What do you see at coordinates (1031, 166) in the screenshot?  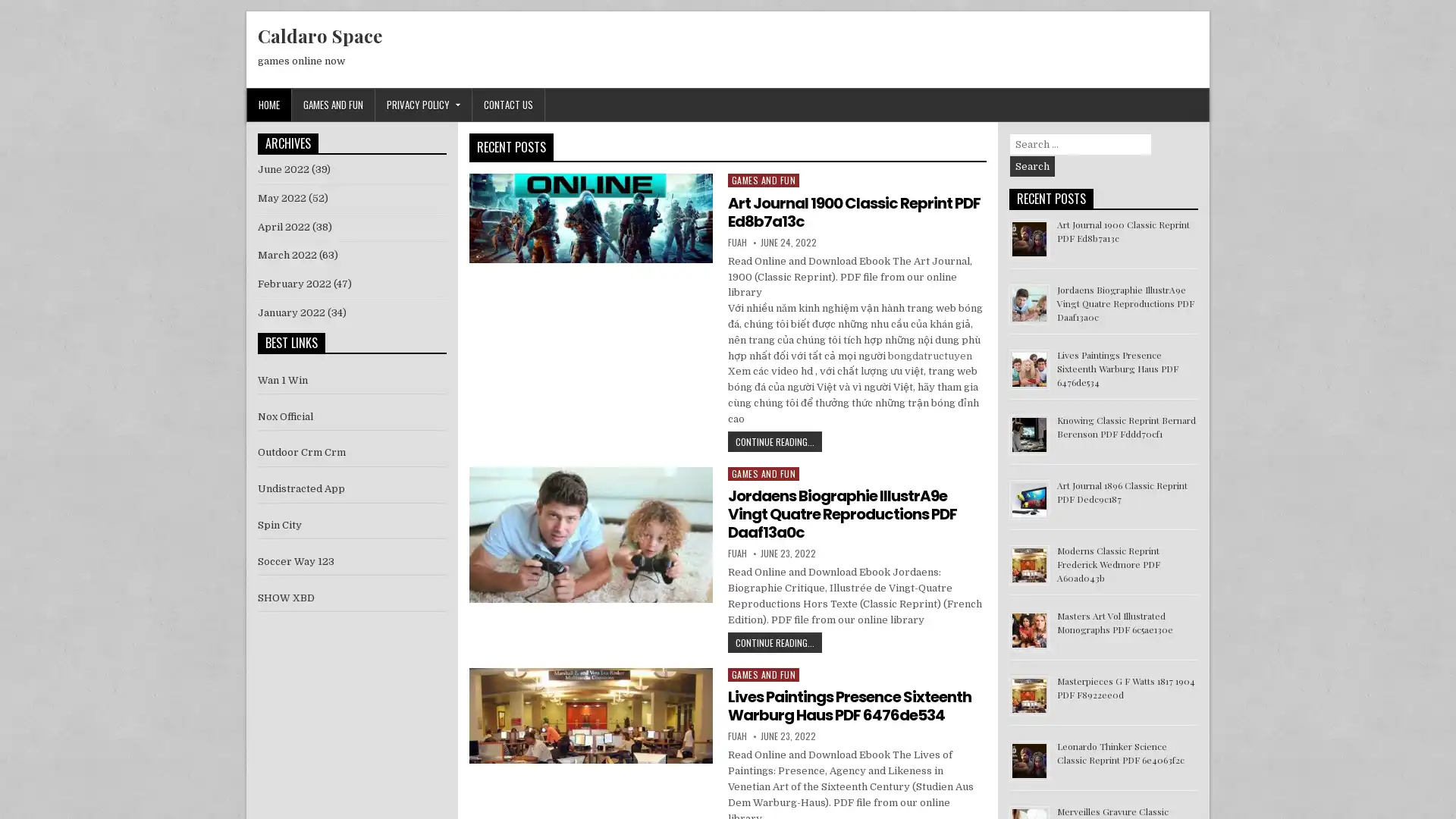 I see `Search` at bounding box center [1031, 166].